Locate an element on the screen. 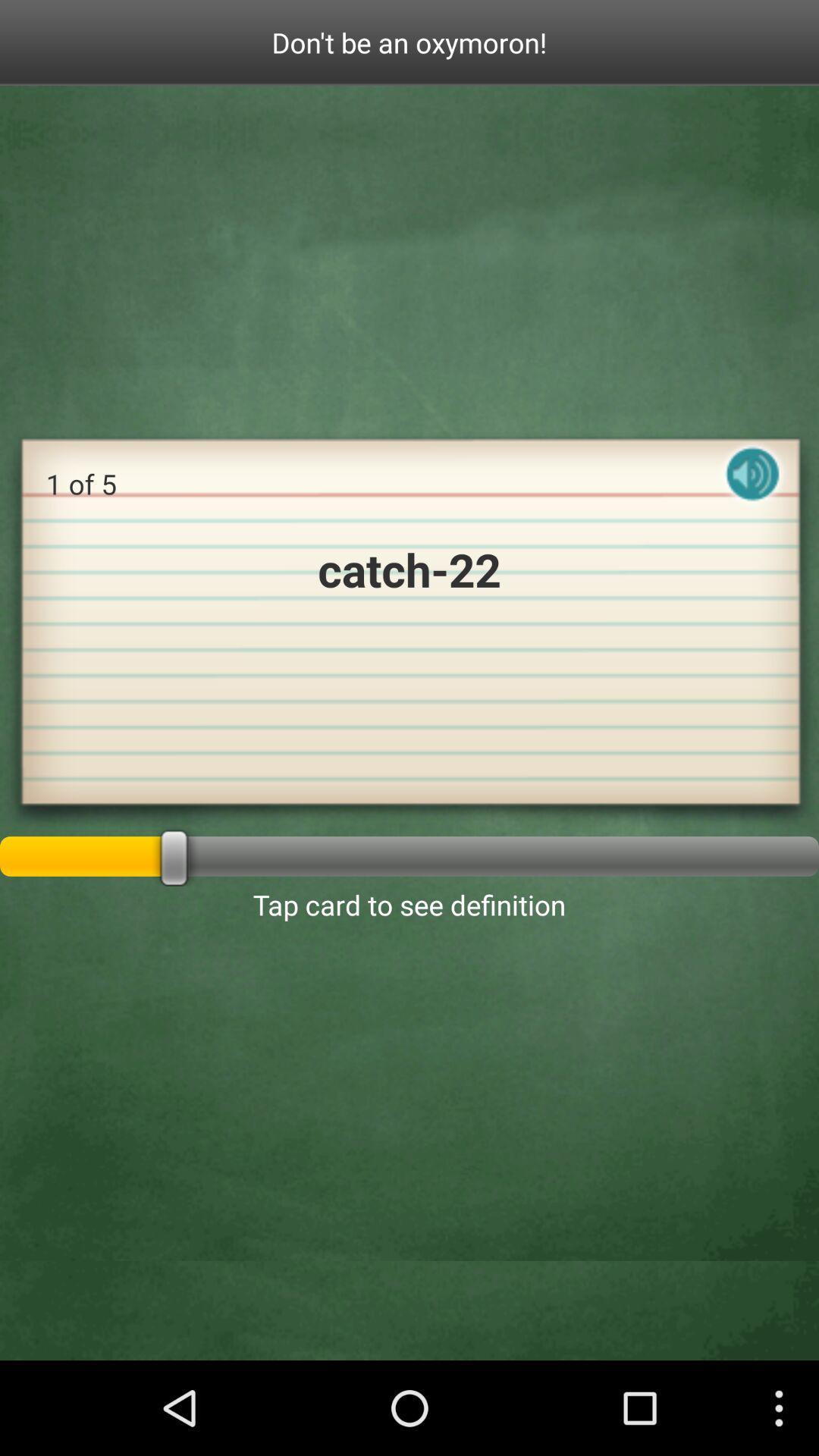 The width and height of the screenshot is (819, 1456). the item next to catch-22 icon is located at coordinates (752, 487).